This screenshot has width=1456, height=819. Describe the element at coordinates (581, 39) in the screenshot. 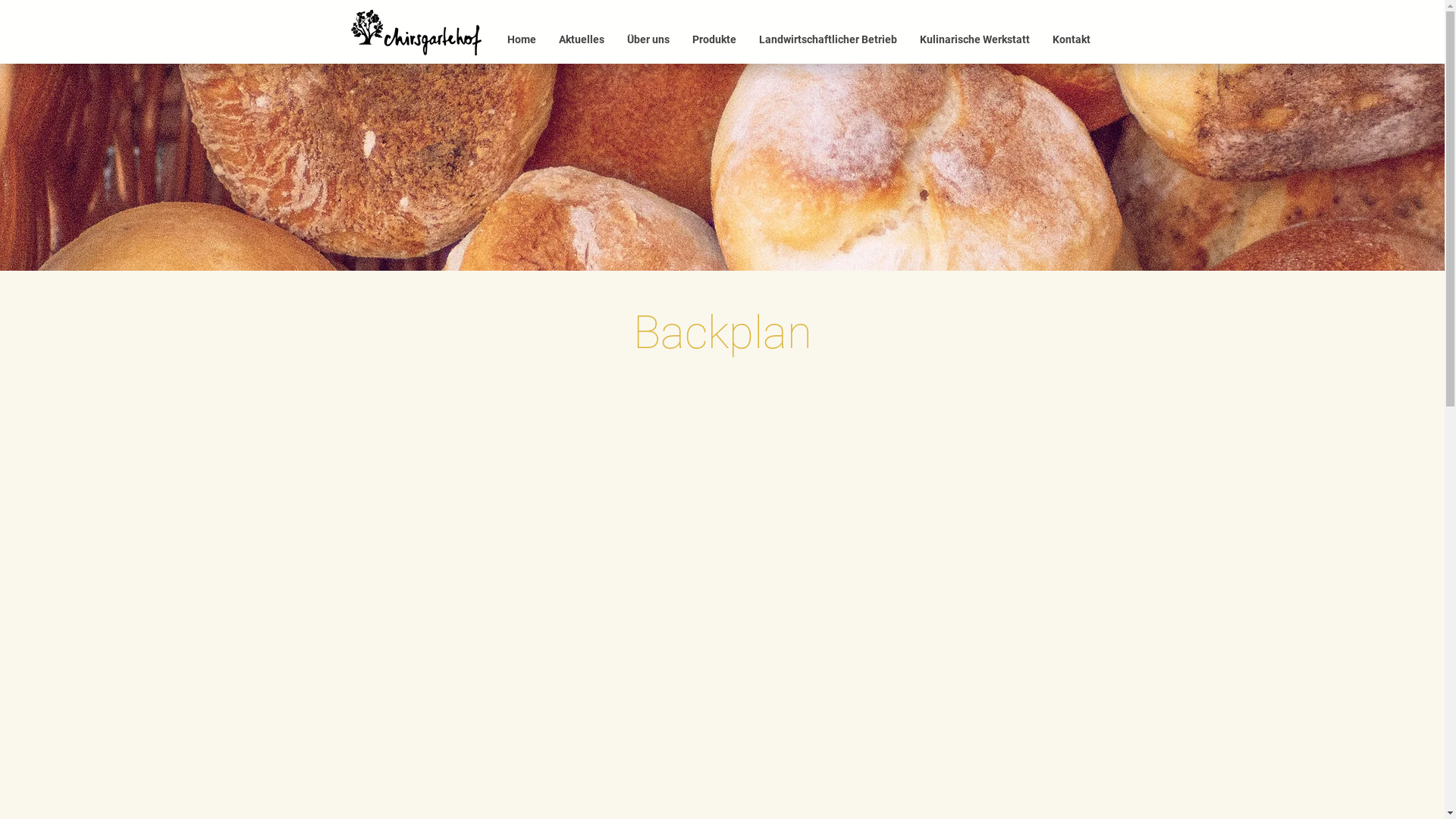

I see `'Aktuelles'` at that location.